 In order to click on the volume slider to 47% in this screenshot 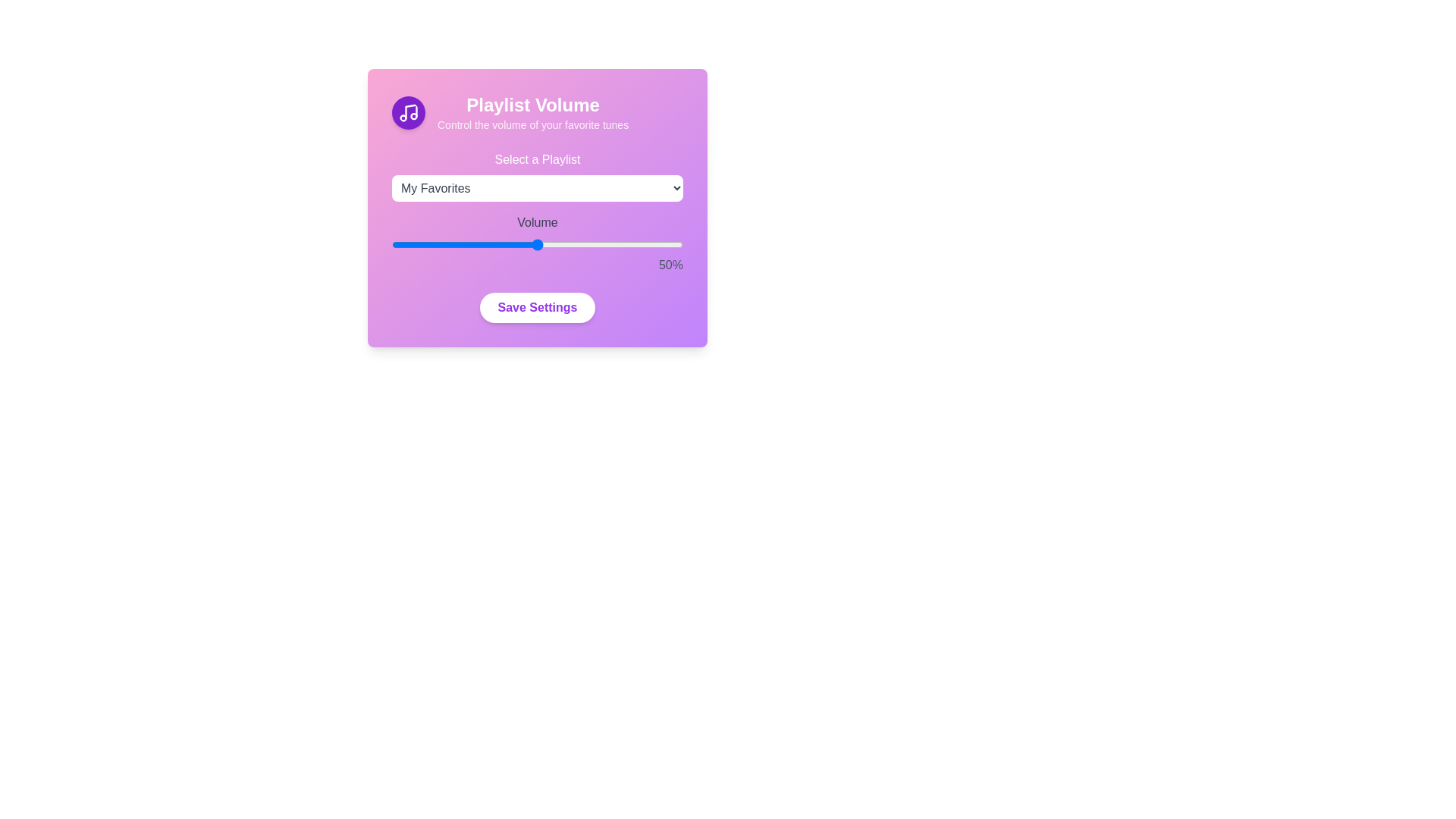, I will do `click(529, 244)`.